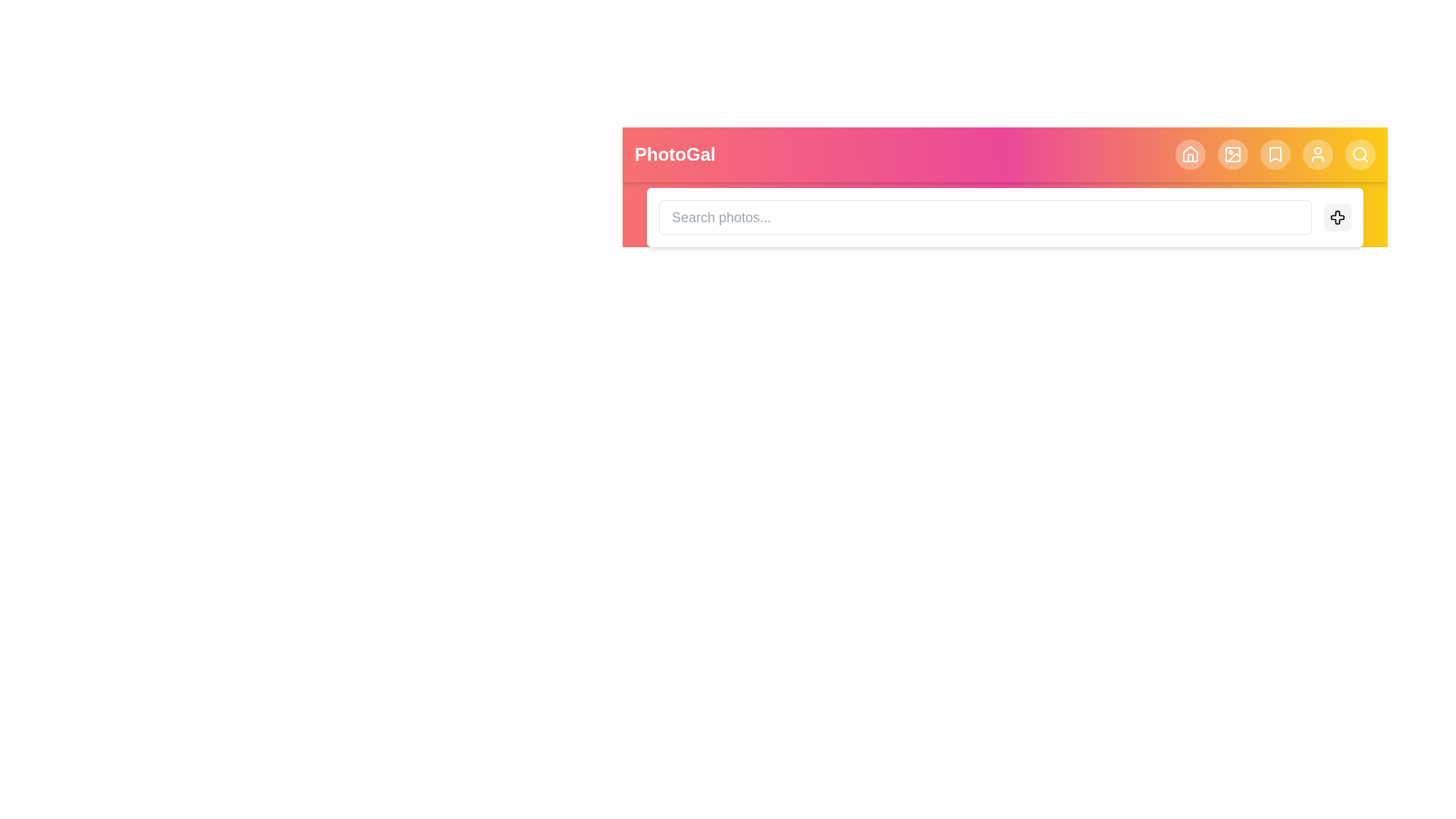 This screenshot has height=819, width=1456. I want to click on the header element corresponding to Image, so click(1233, 155).